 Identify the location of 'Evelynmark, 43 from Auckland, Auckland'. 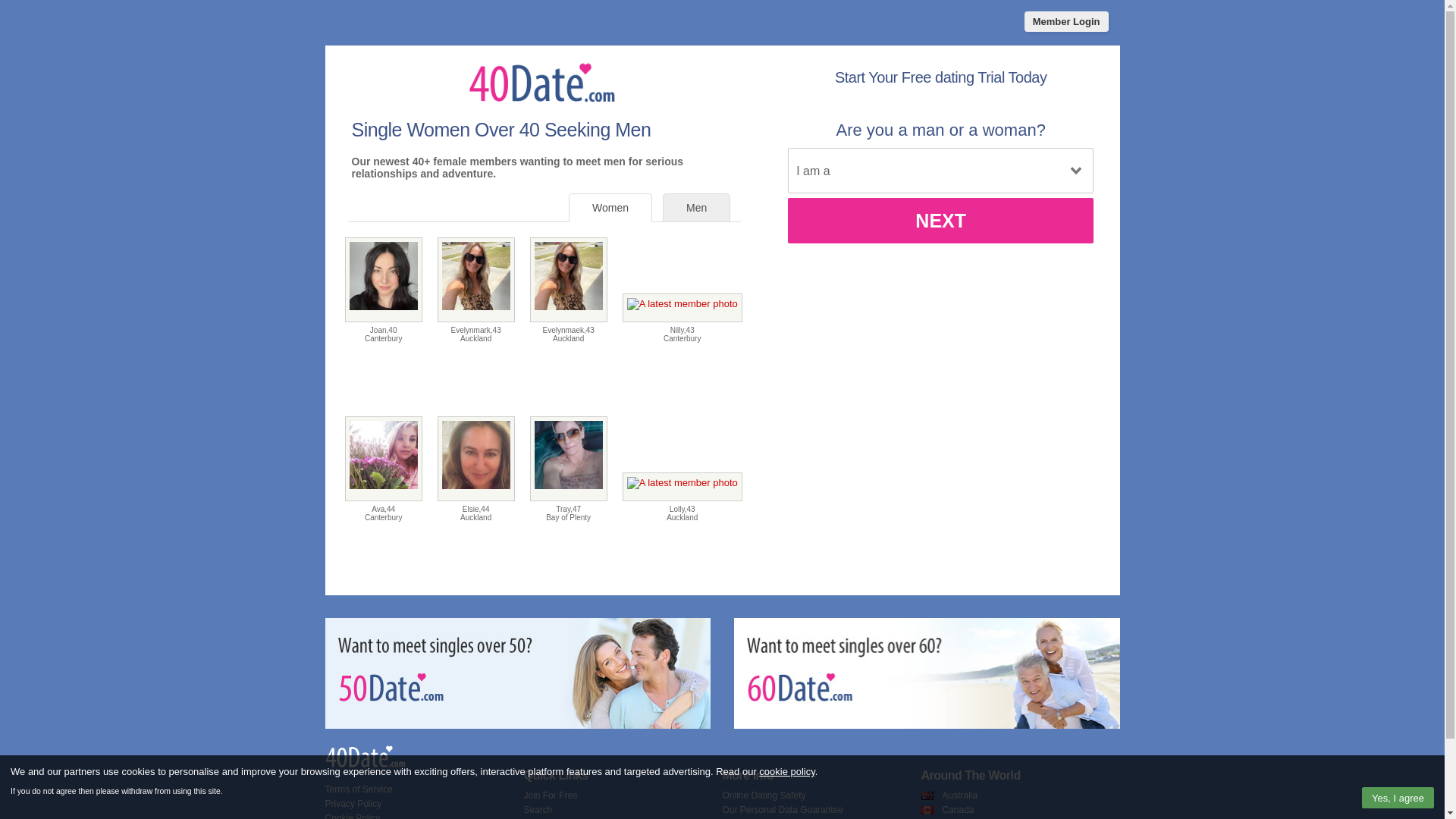
(475, 280).